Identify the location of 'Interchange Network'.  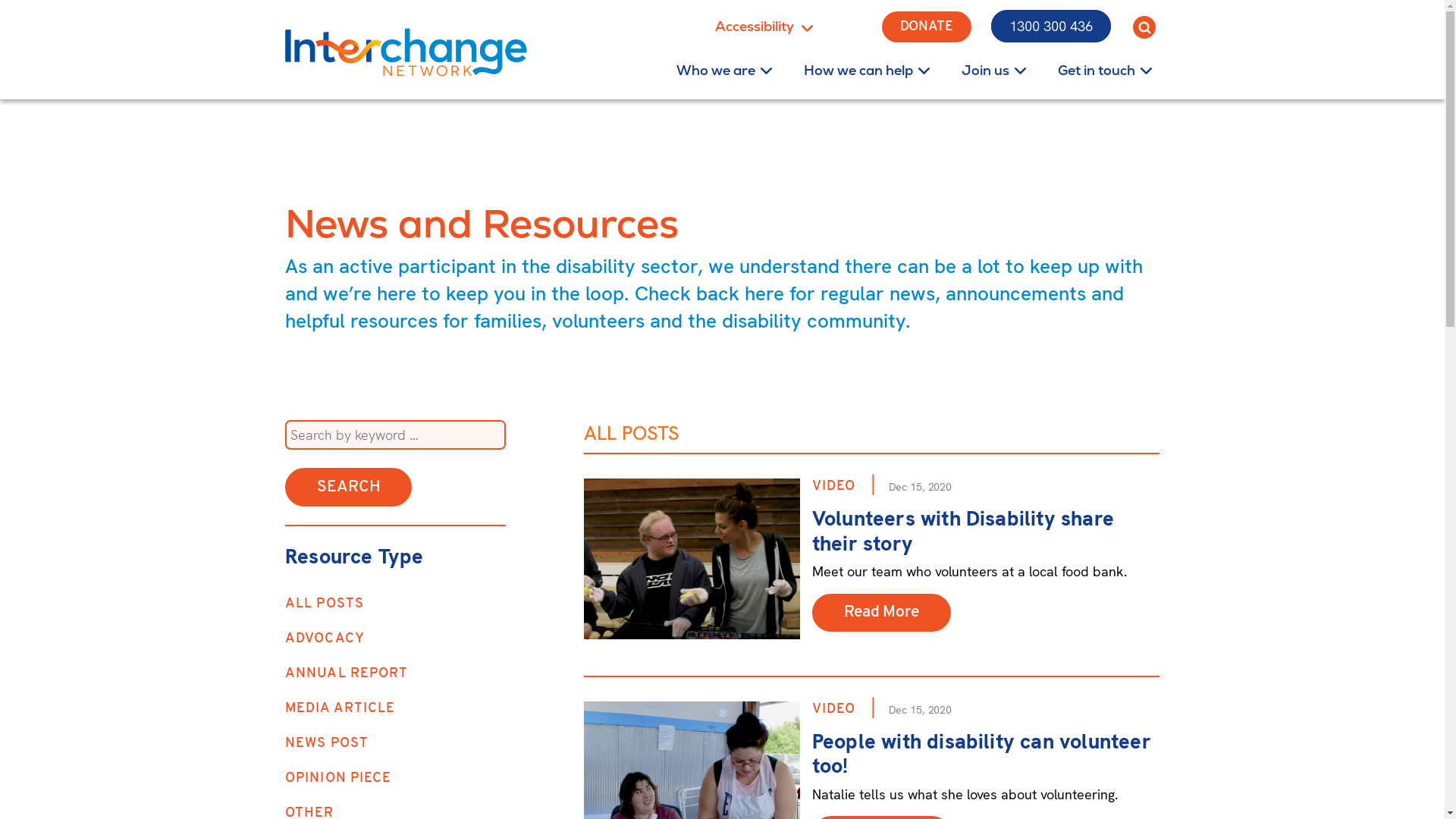
(406, 52).